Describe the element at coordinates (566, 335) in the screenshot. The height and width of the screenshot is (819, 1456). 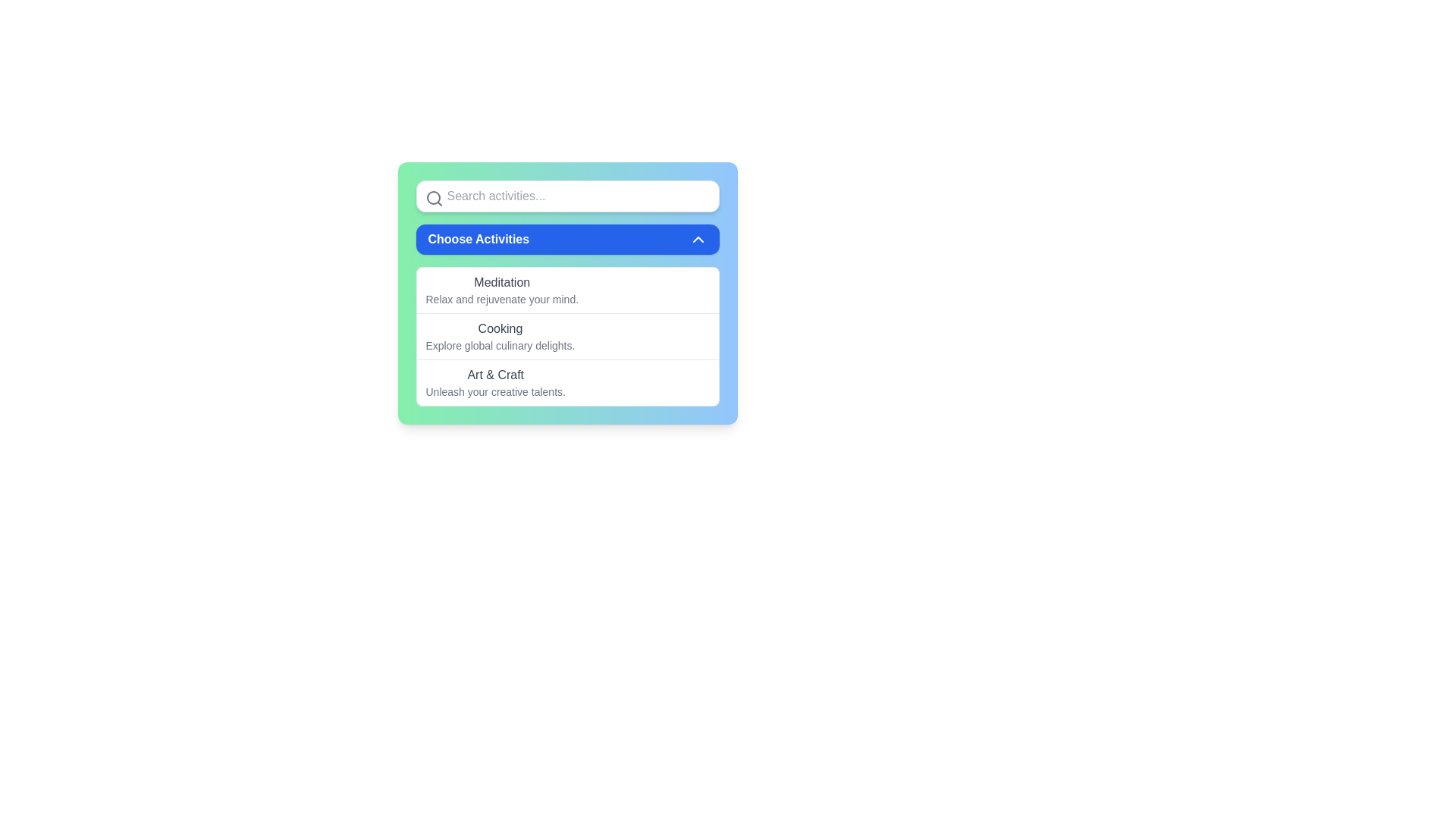
I see `to select the 'Cooking' option in the menu panel, which is the second entry in a vertically stacked list between 'Meditation' and 'Art & Craft'` at that location.